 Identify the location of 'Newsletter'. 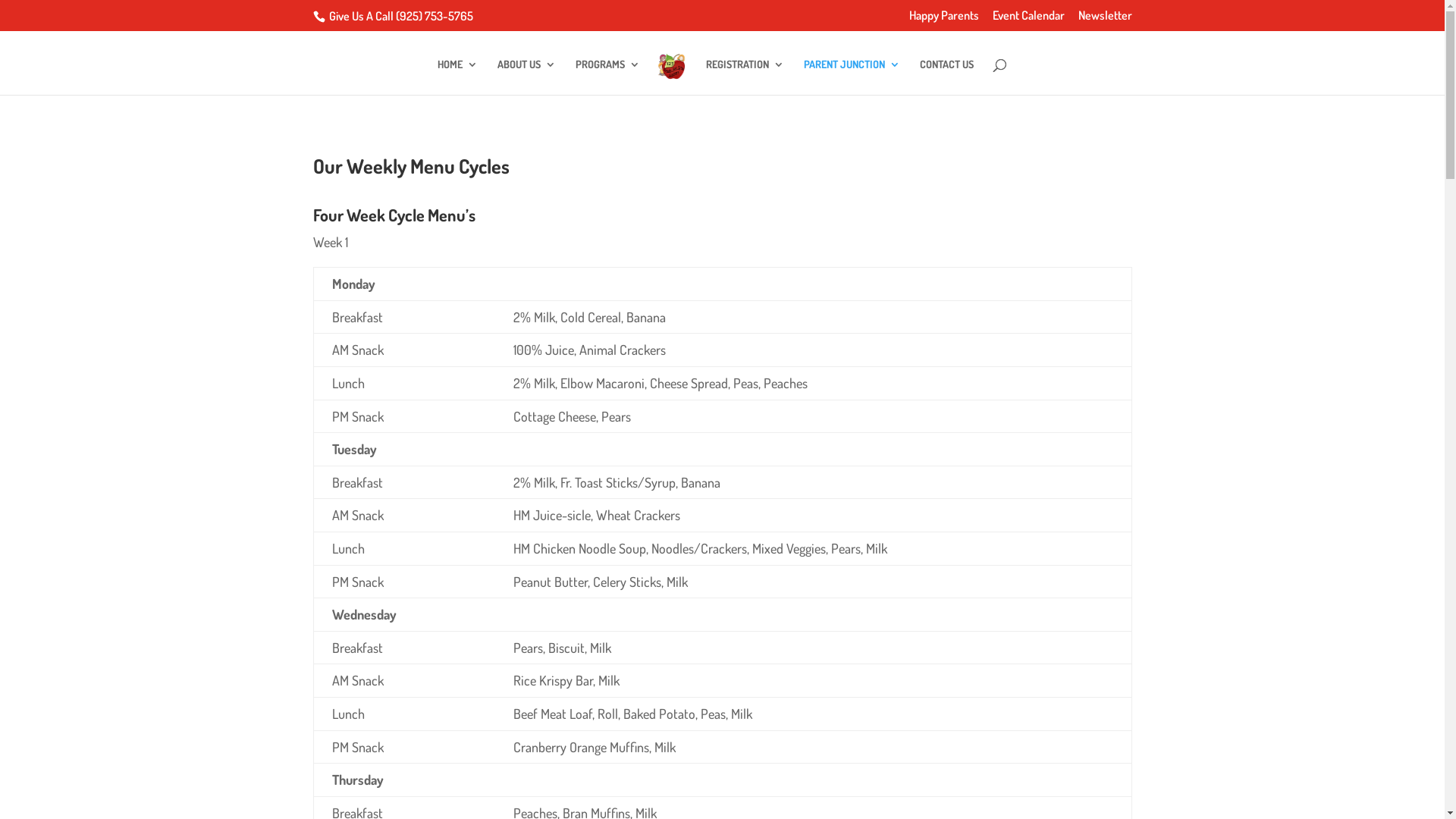
(1105, 20).